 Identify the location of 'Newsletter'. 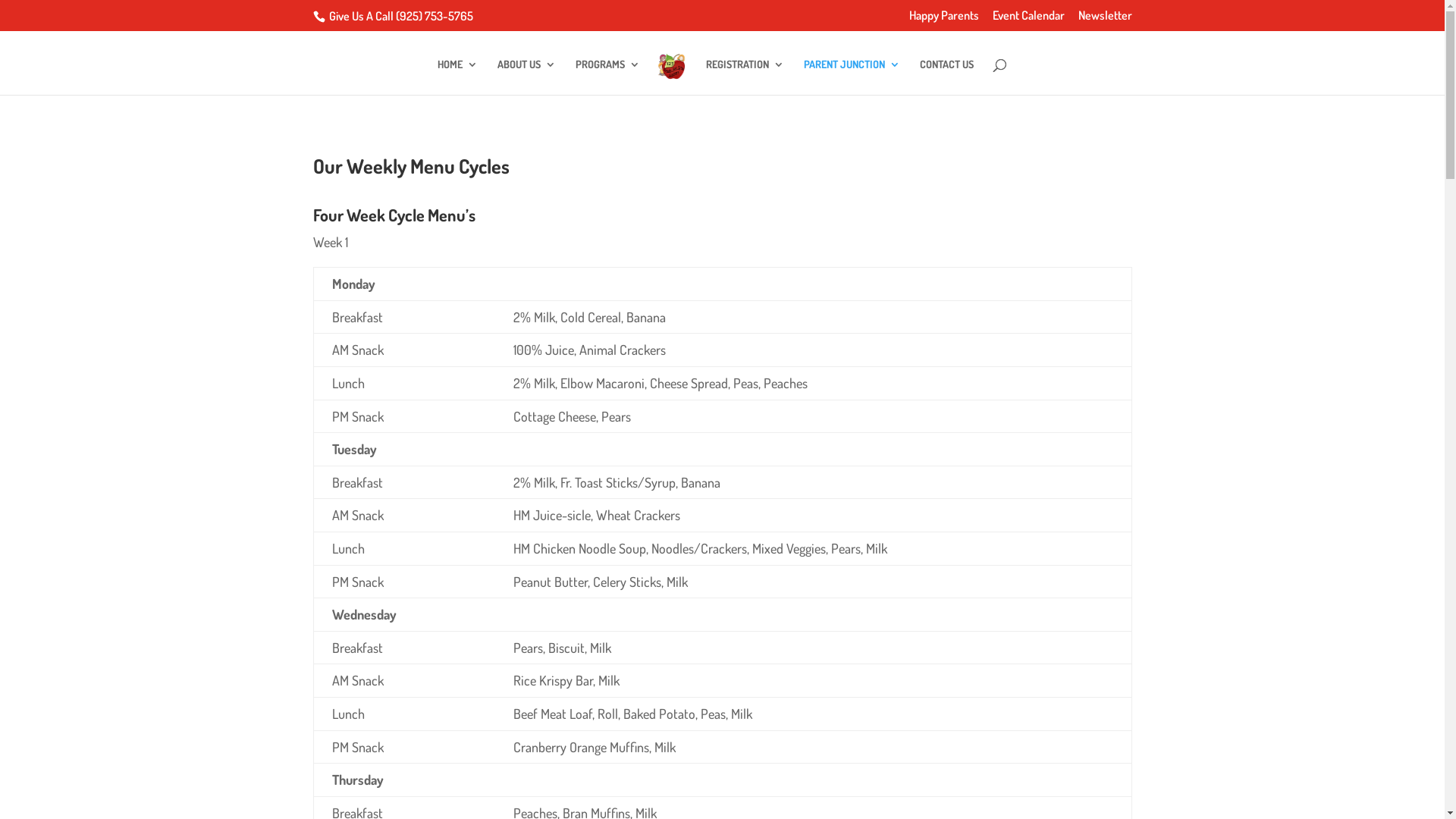
(1105, 20).